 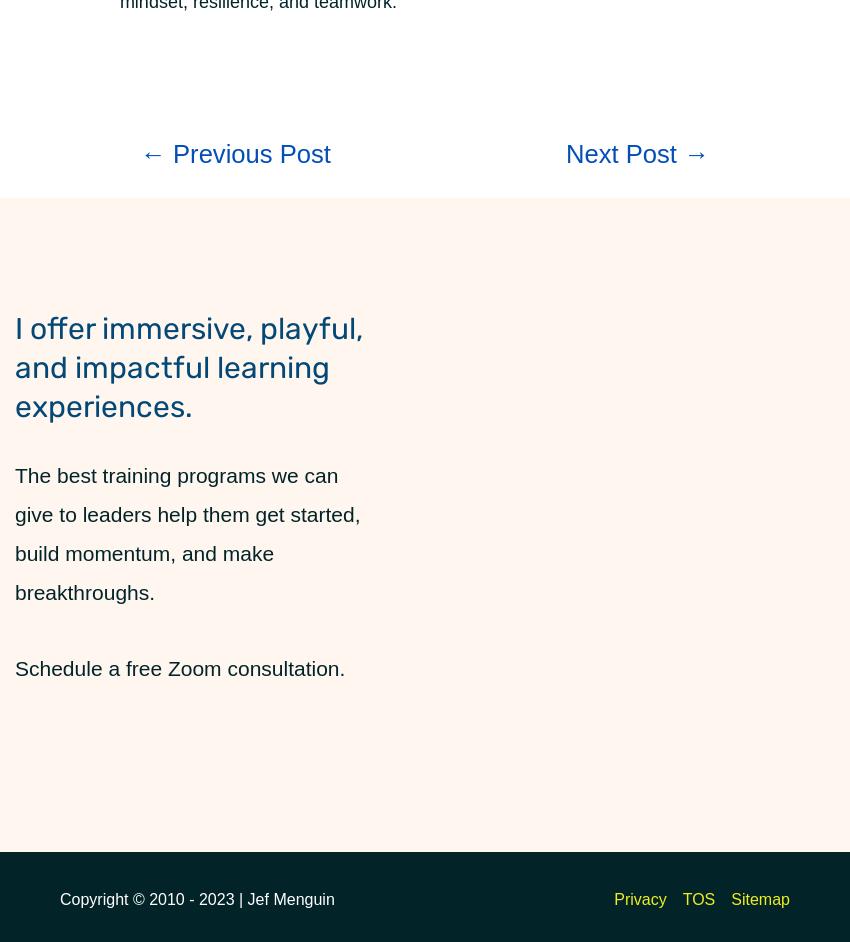 I want to click on 'TOS', so click(x=681, y=898).